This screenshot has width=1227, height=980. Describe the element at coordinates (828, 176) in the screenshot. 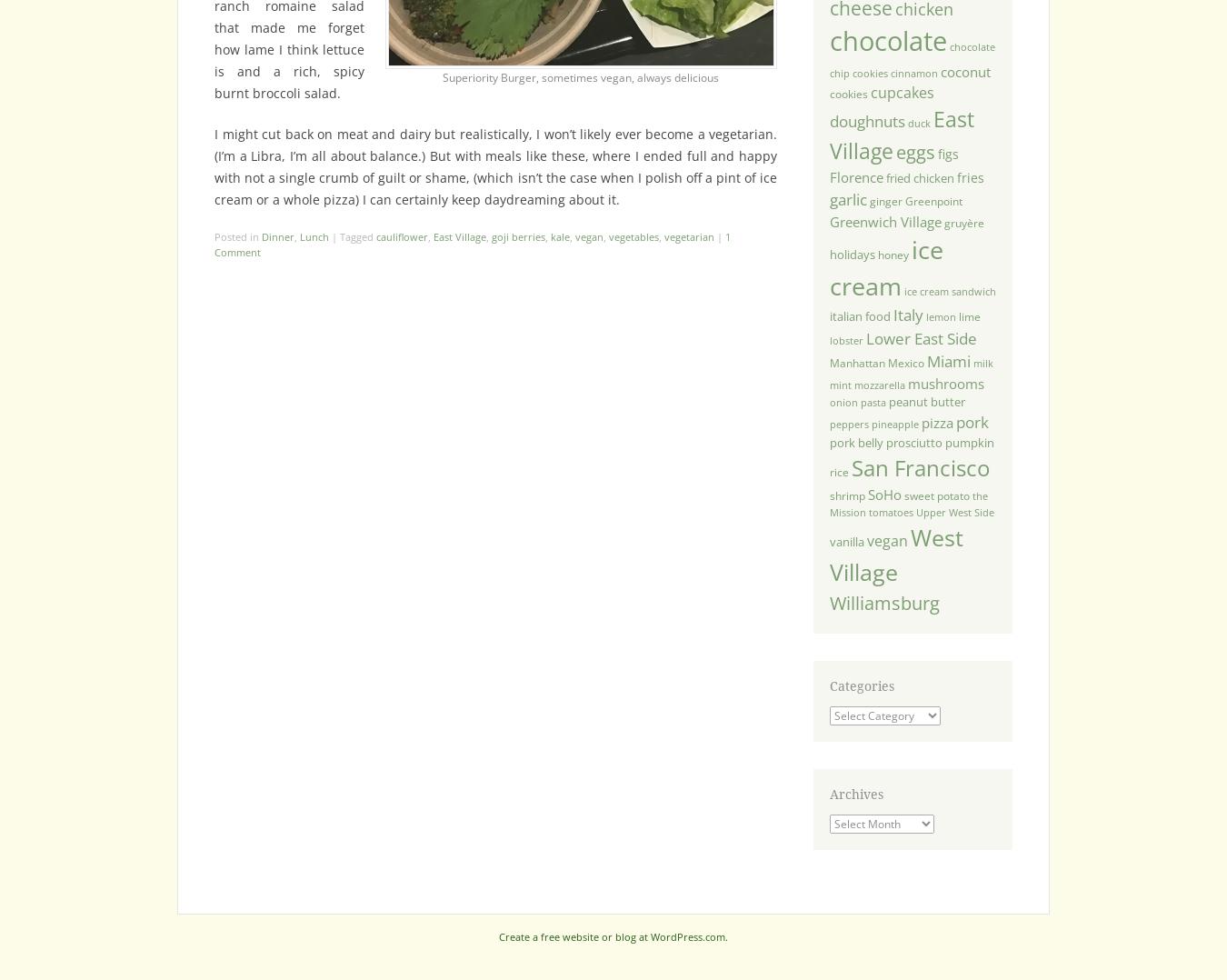

I see `'Florence'` at that location.